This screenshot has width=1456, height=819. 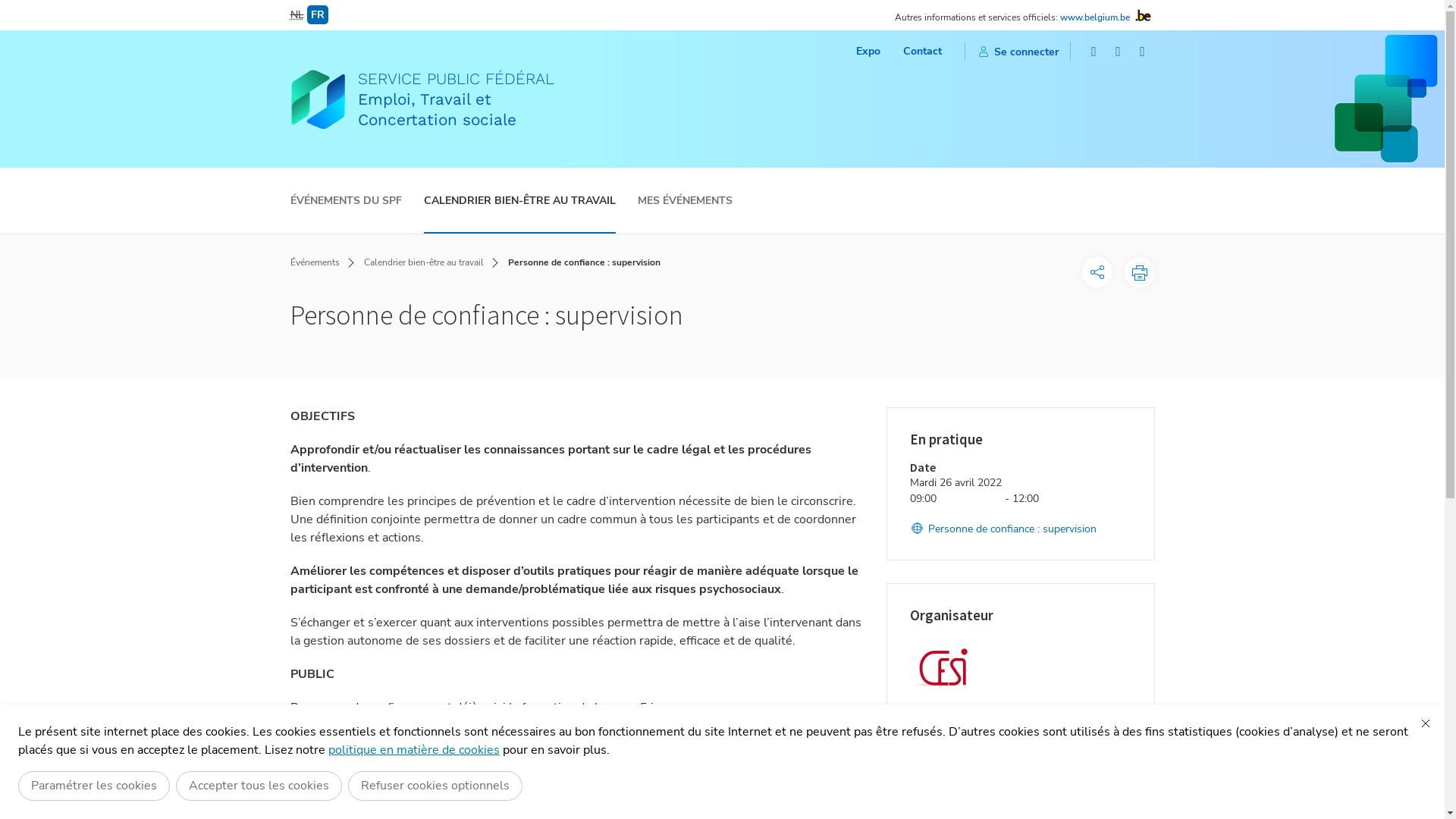 I want to click on 'Options de partage', so click(x=1096, y=271).